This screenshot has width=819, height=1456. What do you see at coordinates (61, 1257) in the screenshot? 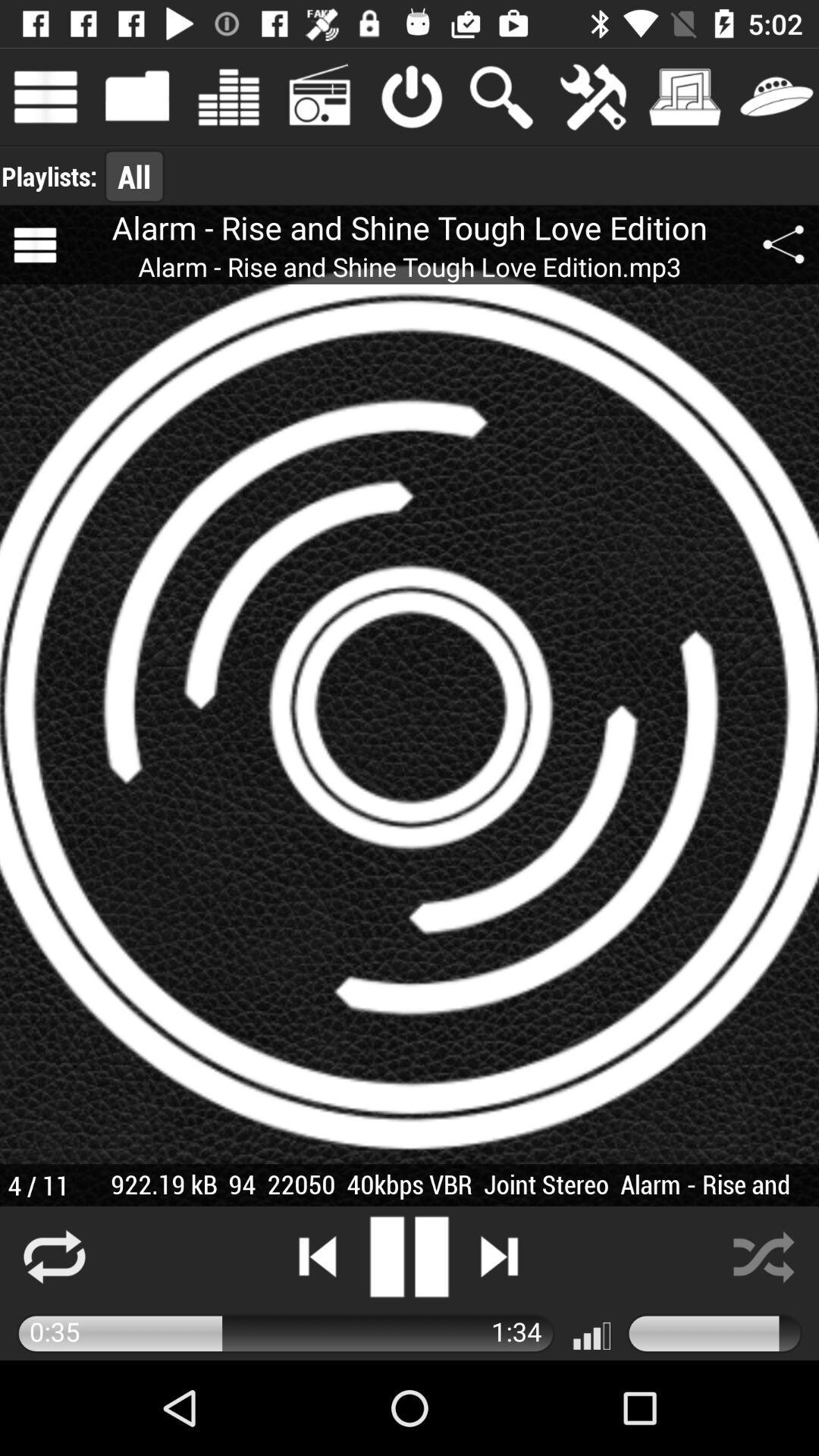
I see `the repeat icon` at bounding box center [61, 1257].